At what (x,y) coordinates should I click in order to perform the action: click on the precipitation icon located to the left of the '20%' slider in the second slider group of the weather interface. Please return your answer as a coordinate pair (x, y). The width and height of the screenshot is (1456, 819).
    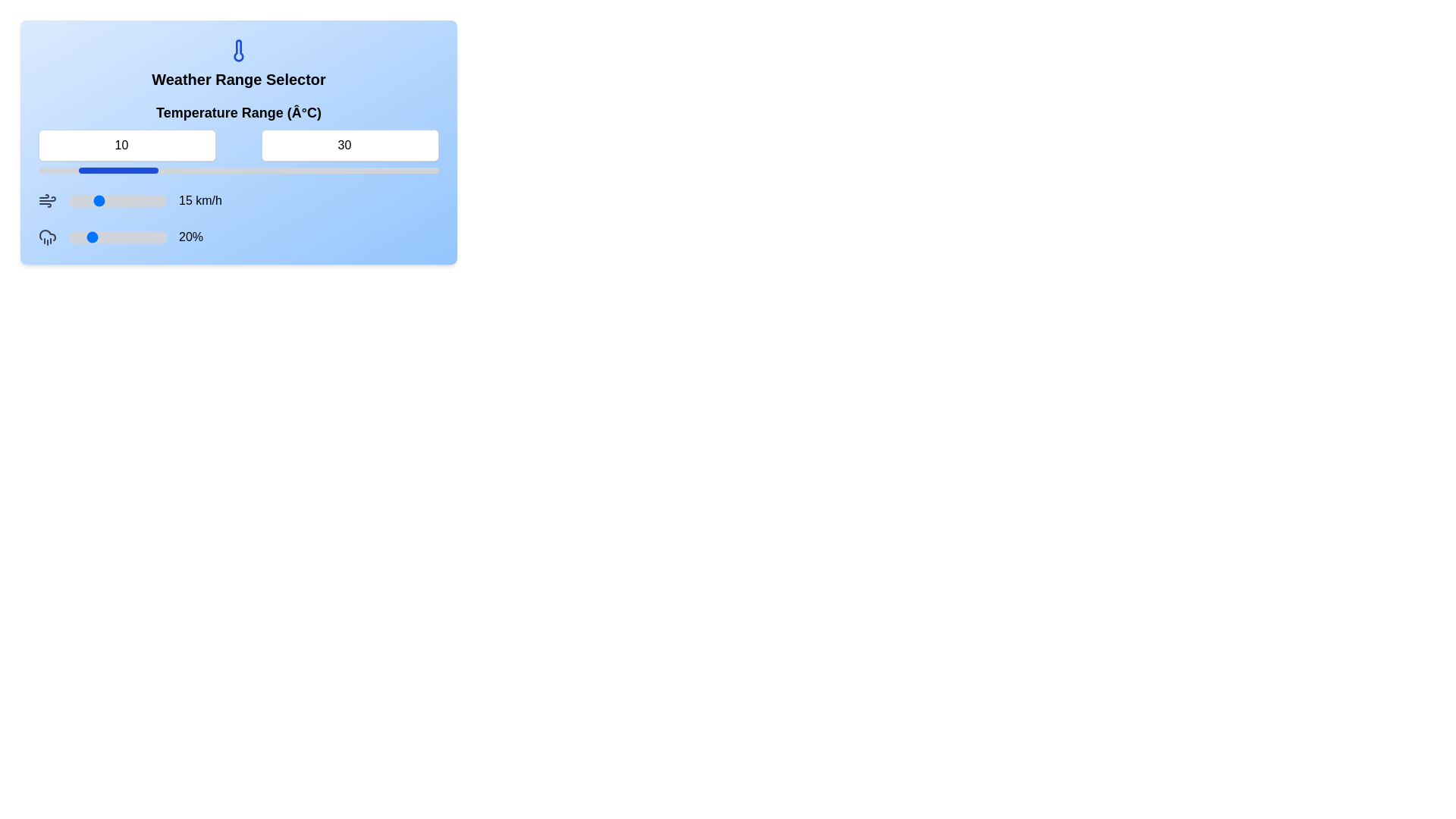
    Looking at the image, I should click on (47, 237).